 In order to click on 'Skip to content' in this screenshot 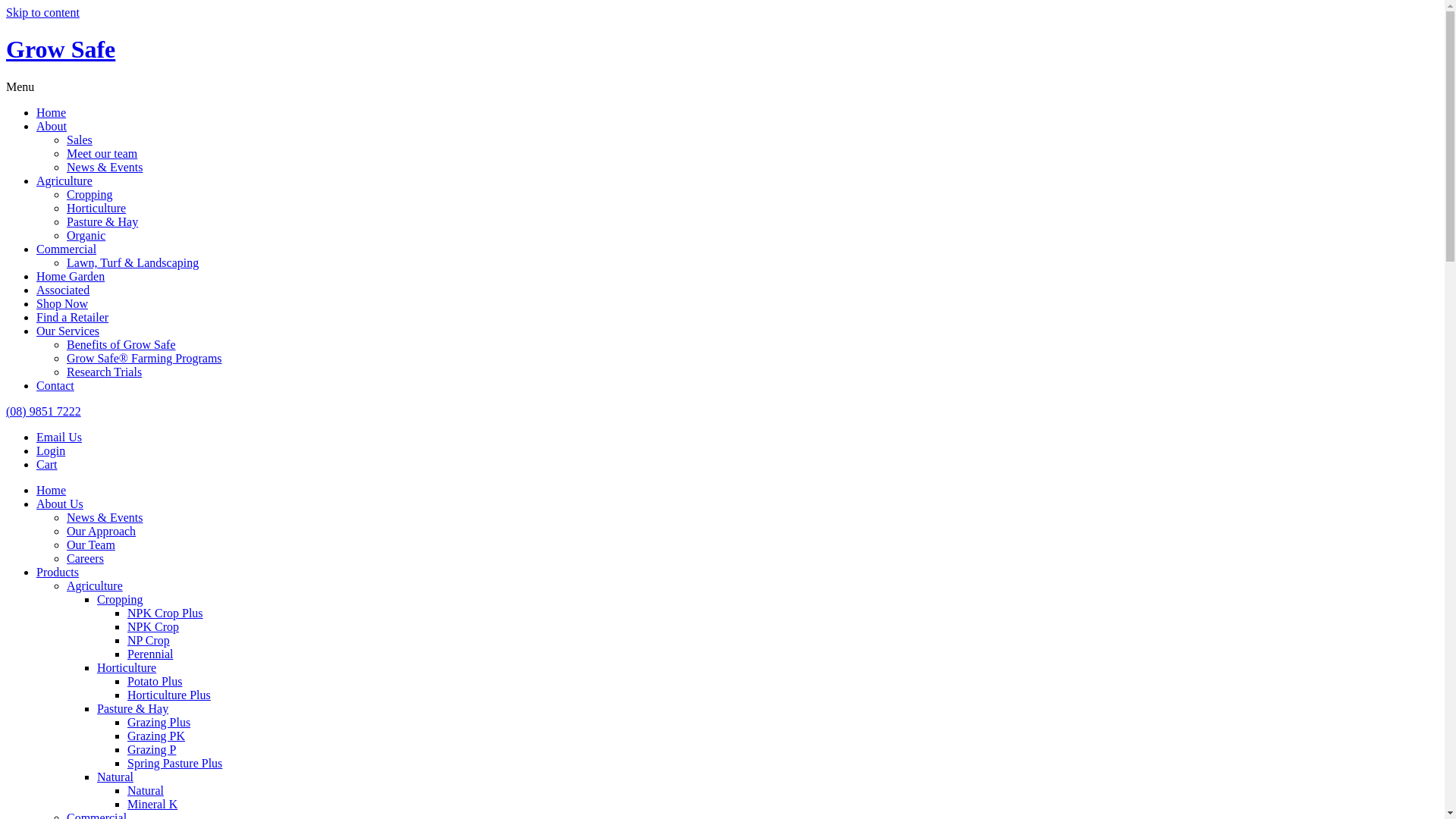, I will do `click(42, 12)`.